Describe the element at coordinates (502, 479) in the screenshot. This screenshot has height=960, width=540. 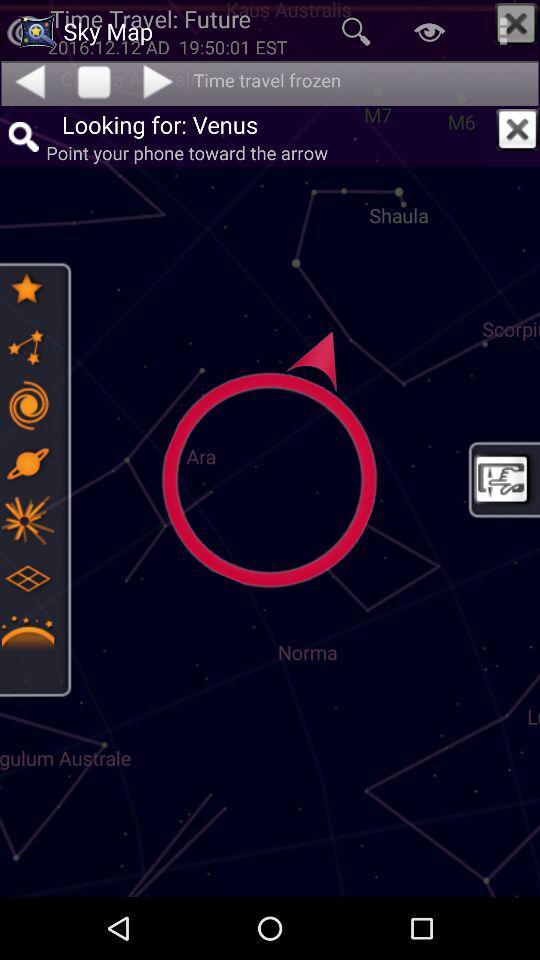
I see `the wallpaper icon` at that location.